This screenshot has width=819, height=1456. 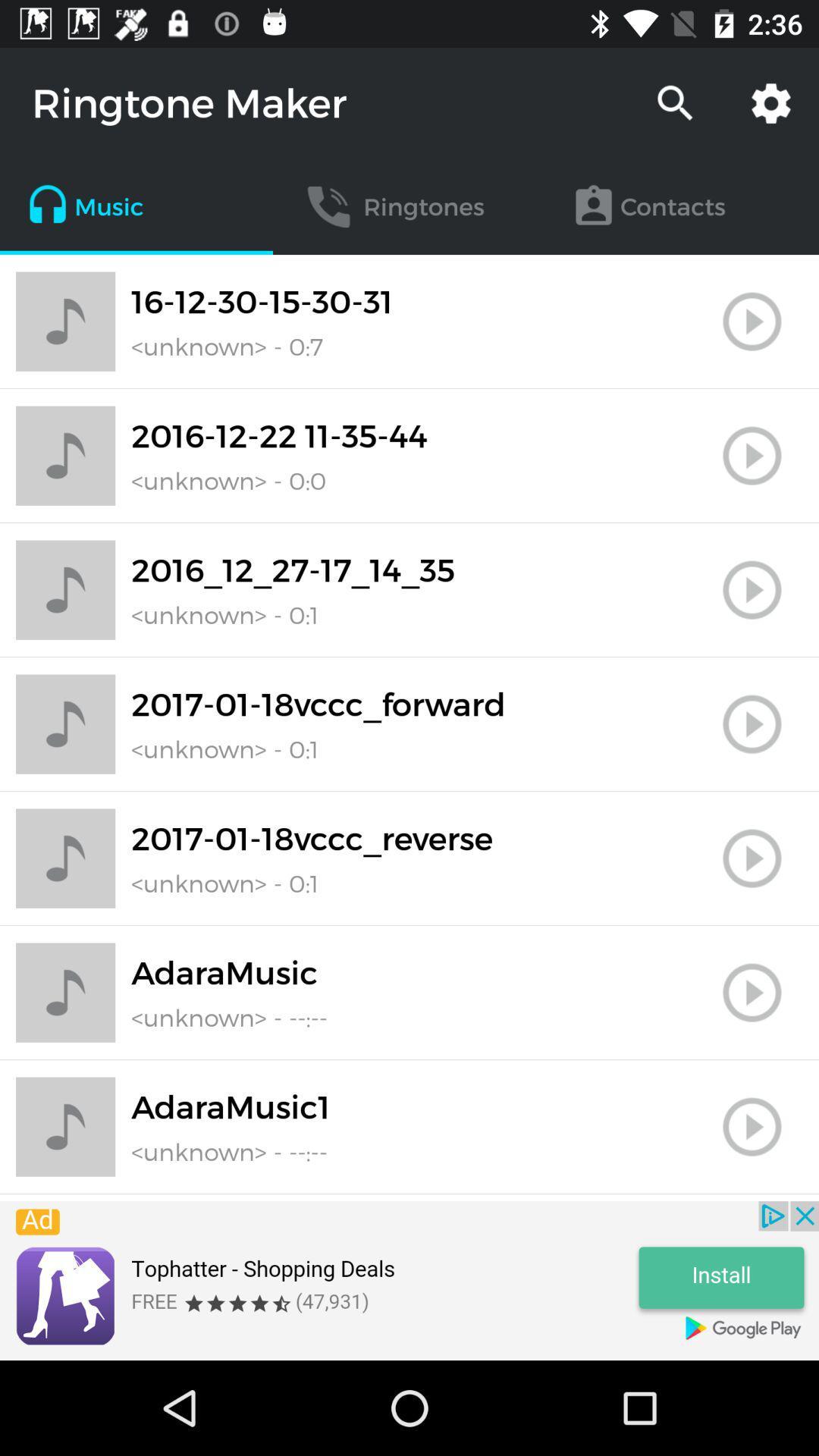 I want to click on advertisement page, so click(x=409, y=1280).